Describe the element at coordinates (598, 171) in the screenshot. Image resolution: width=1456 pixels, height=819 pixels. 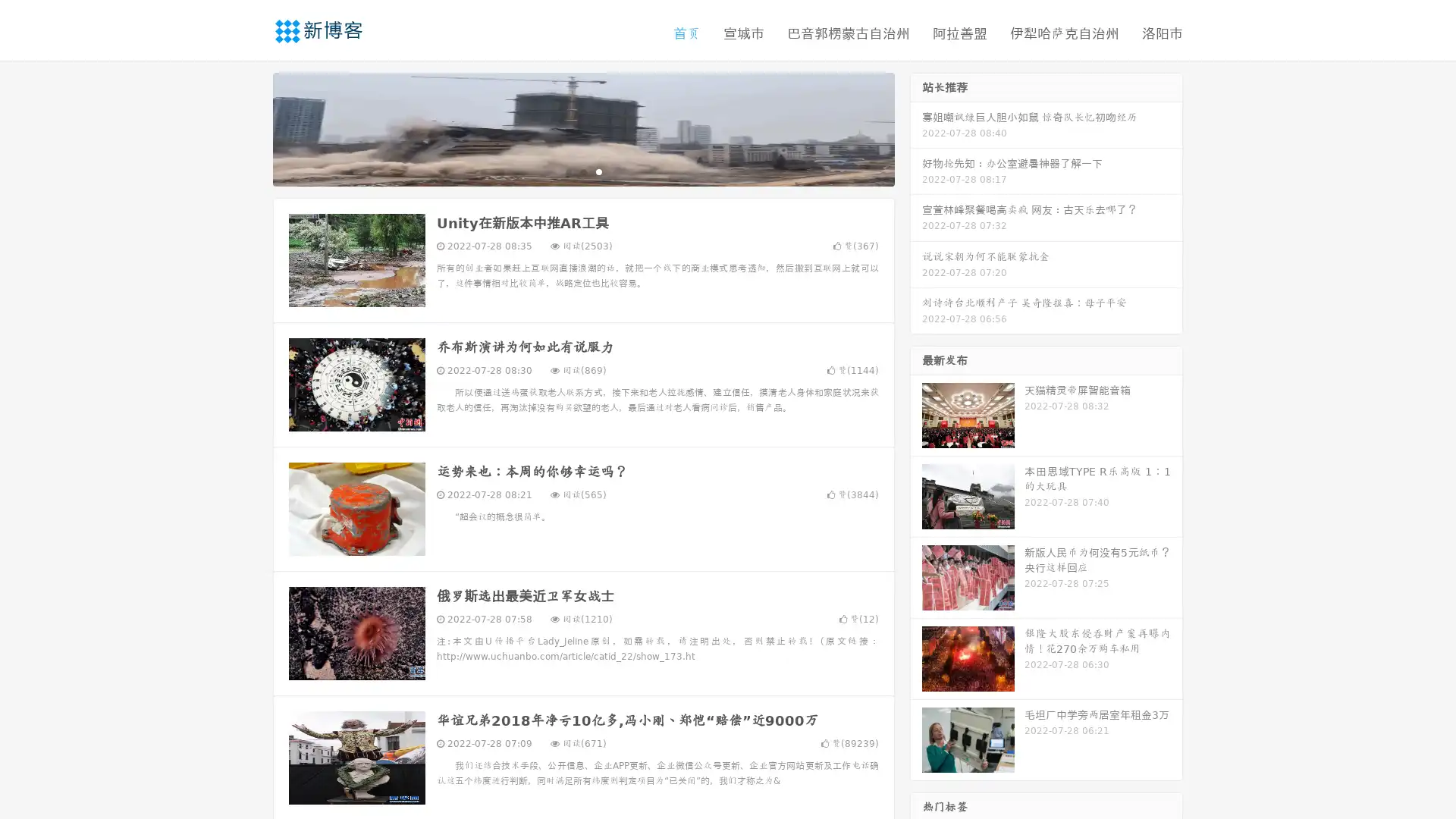
I see `Go to slide 3` at that location.